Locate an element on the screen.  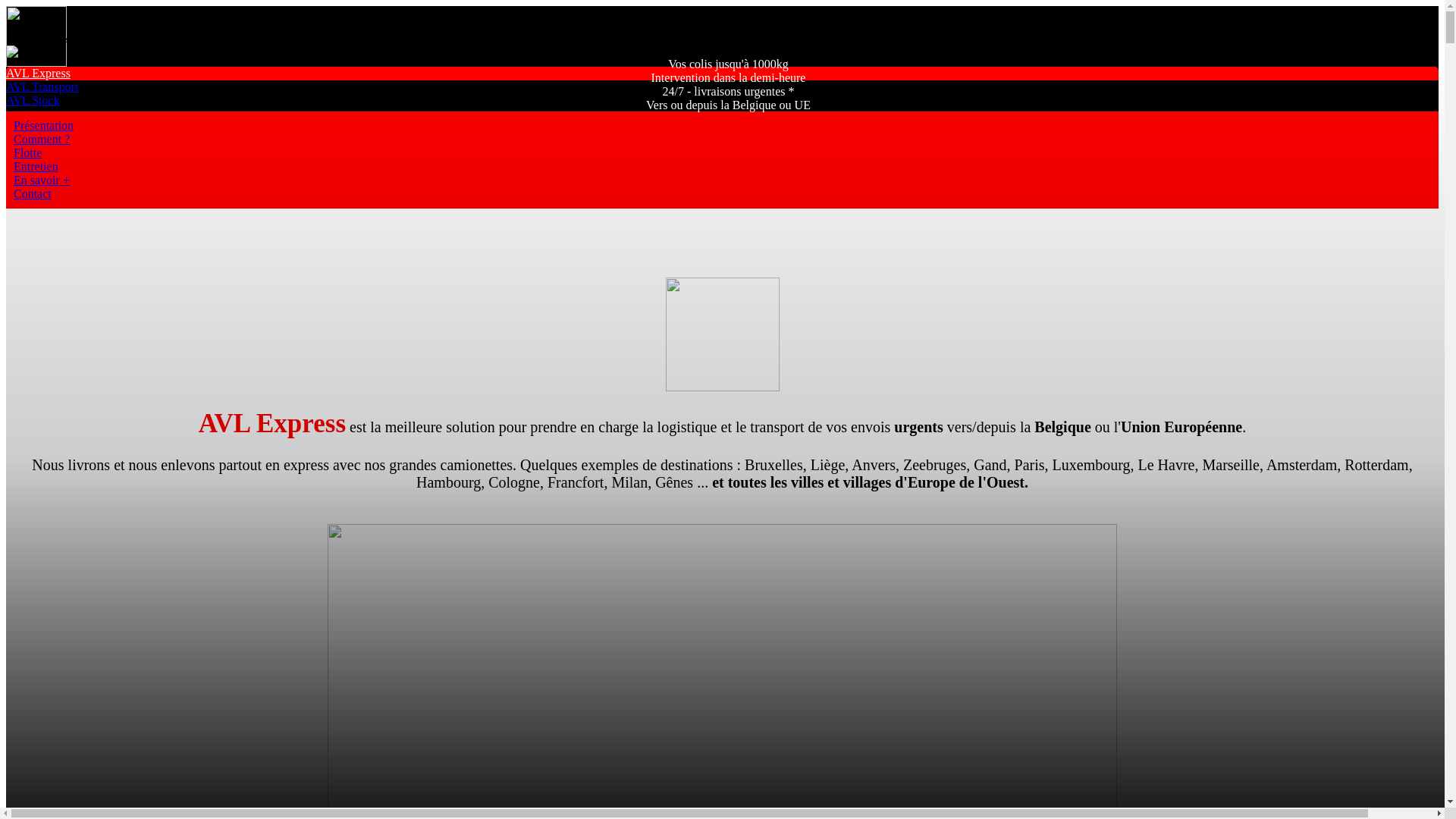
'Entretien' is located at coordinates (36, 166).